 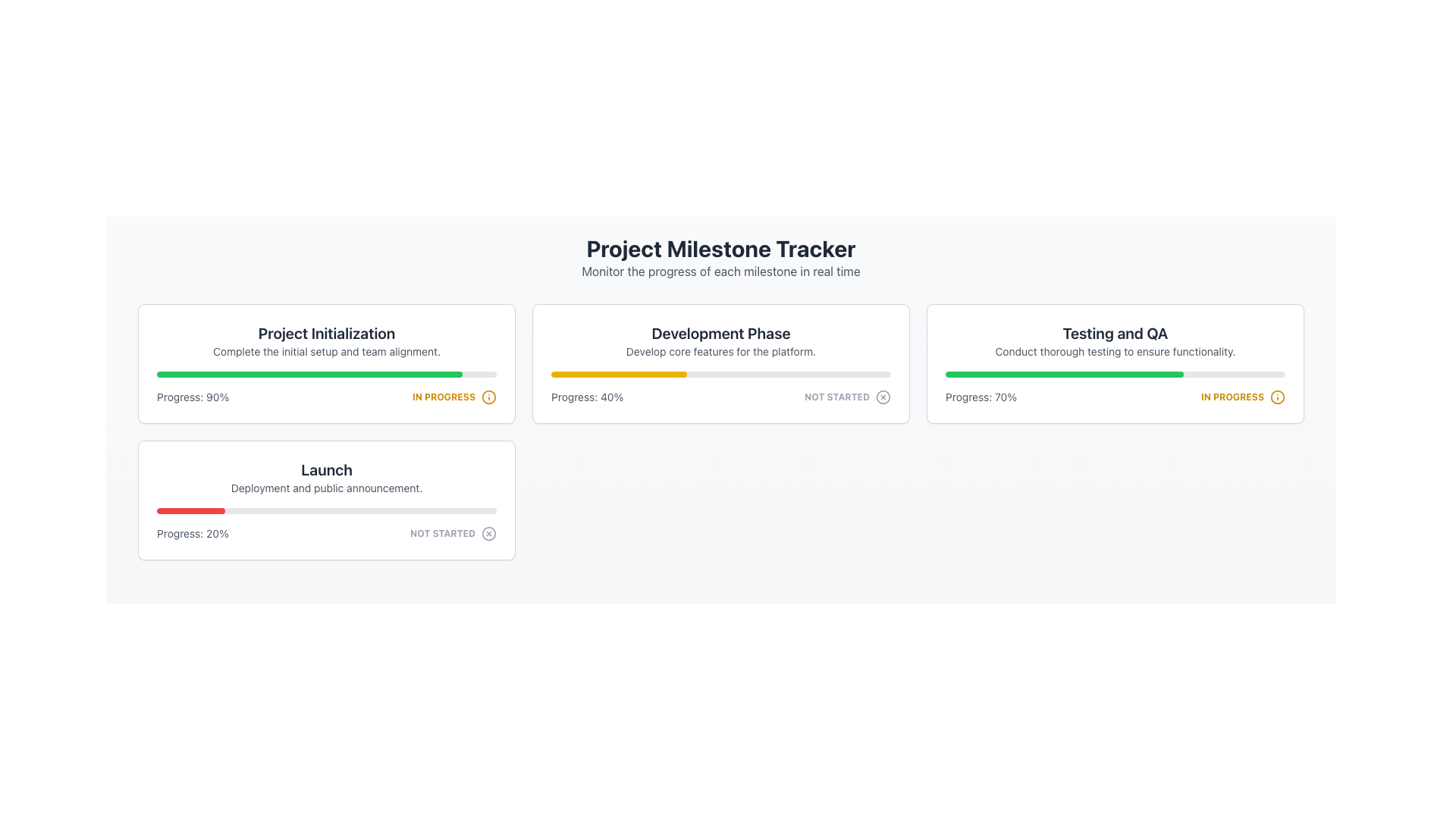 I want to click on the progress bar located in the 'Launch' section below 'Deployment and public announcement' and above 'Progress: 20%'. This progress bar is uniquely identifiable by its light gray background and filled red segment indicating progress, so click(x=326, y=511).